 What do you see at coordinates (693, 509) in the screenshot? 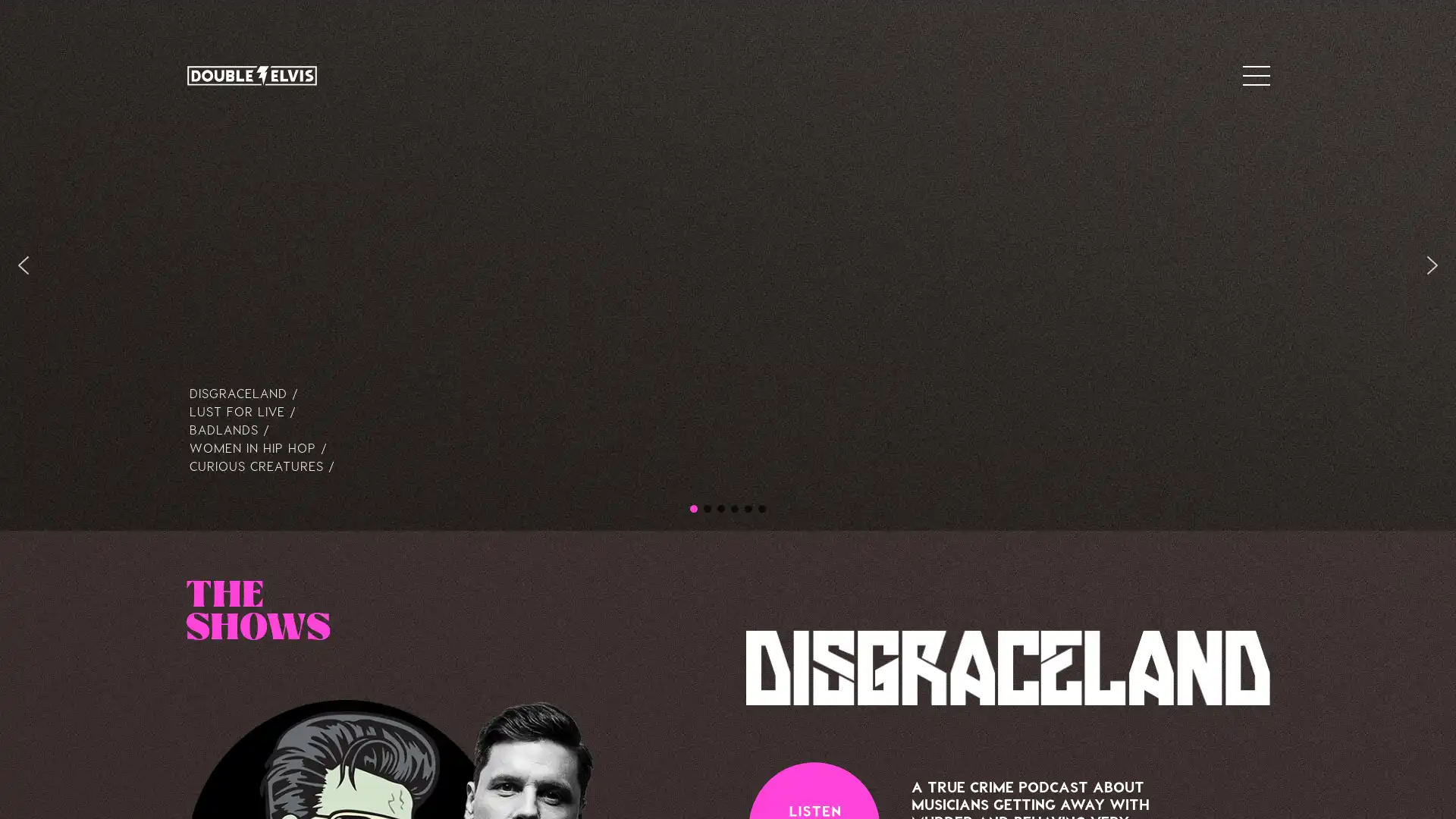
I see `DE hero` at bounding box center [693, 509].